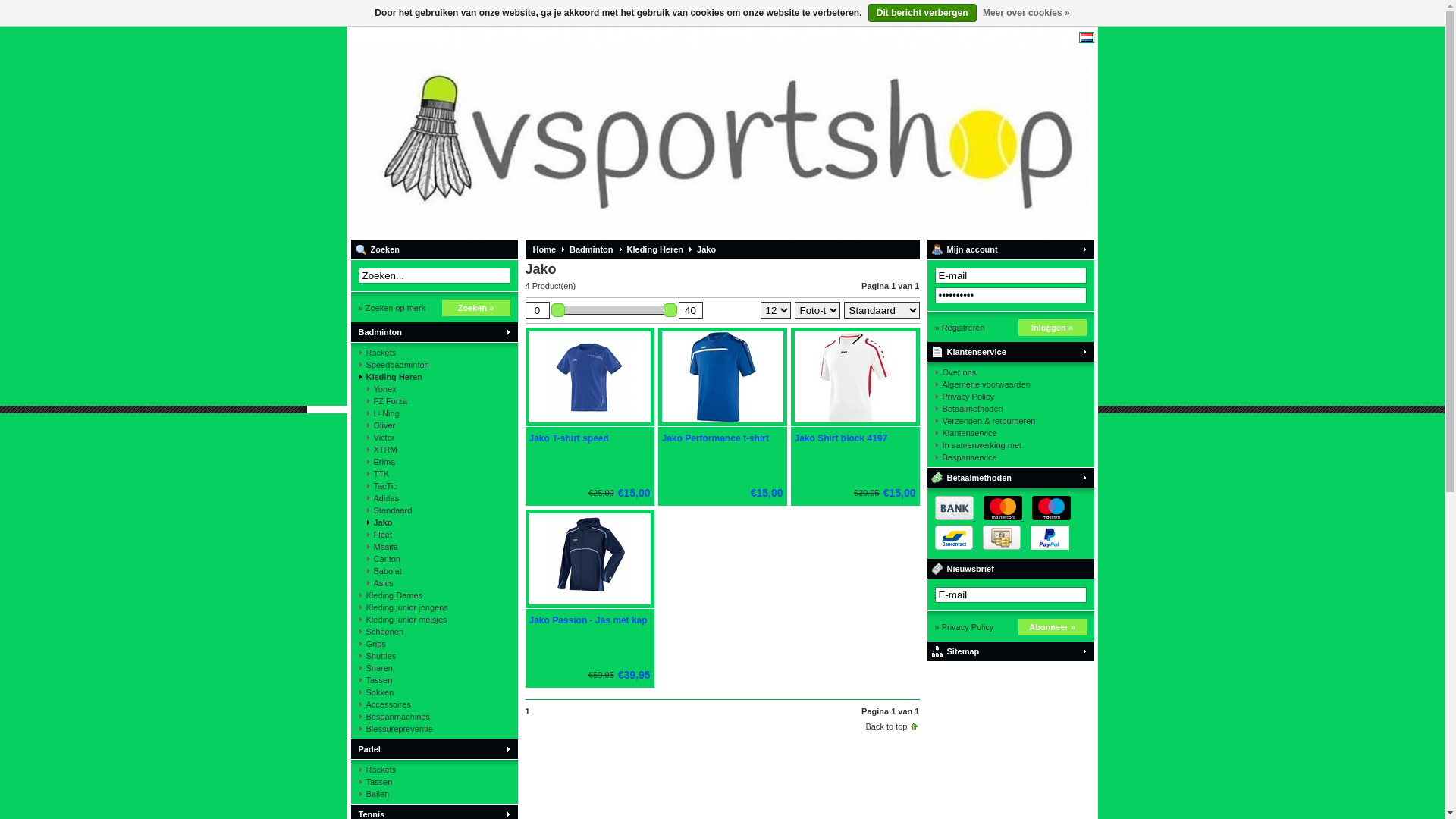  I want to click on 'Nederlands', so click(1084, 36).